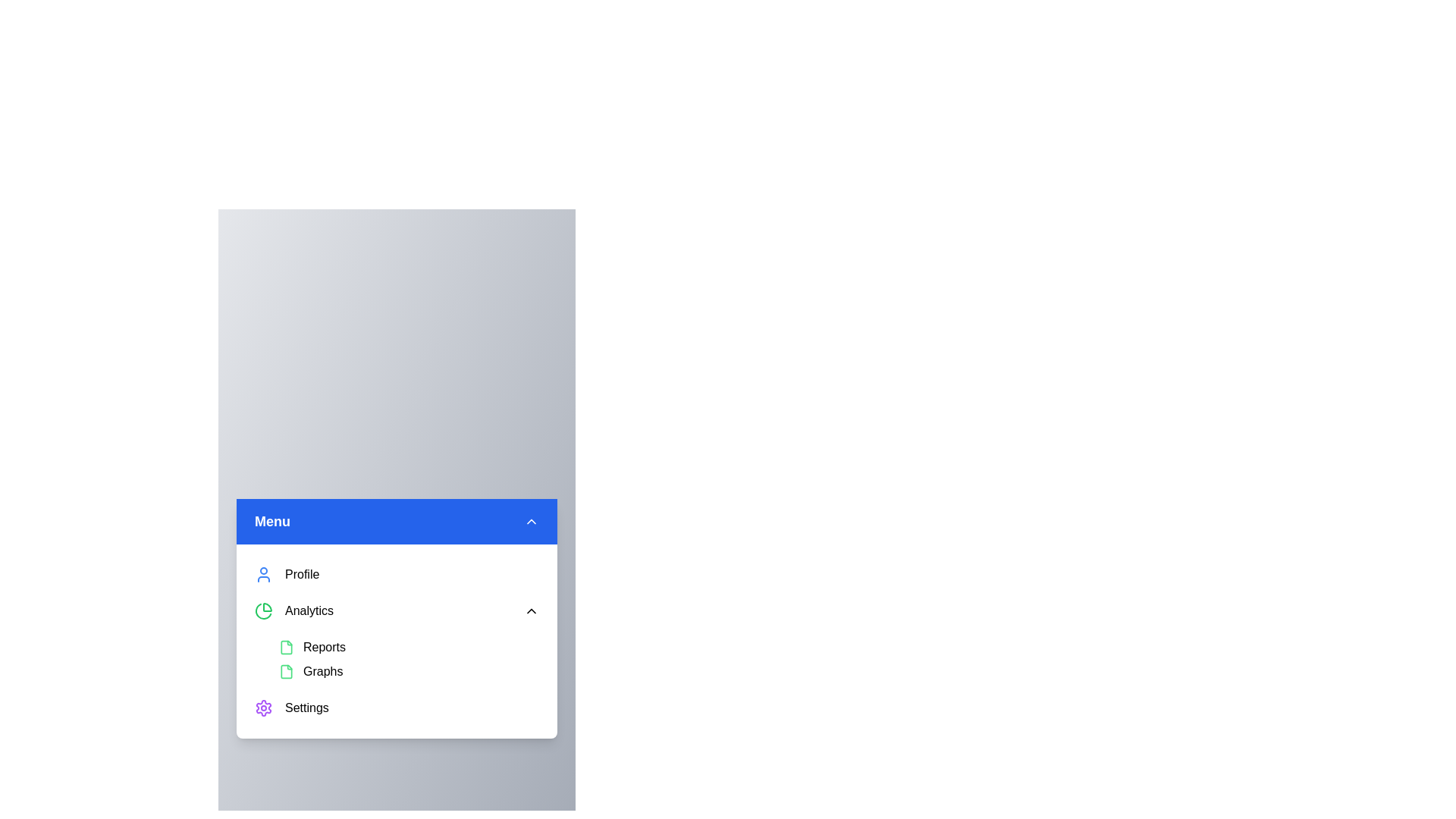 The height and width of the screenshot is (819, 1456). What do you see at coordinates (415, 647) in the screenshot?
I see `the 'Reports' menu item button located` at bounding box center [415, 647].